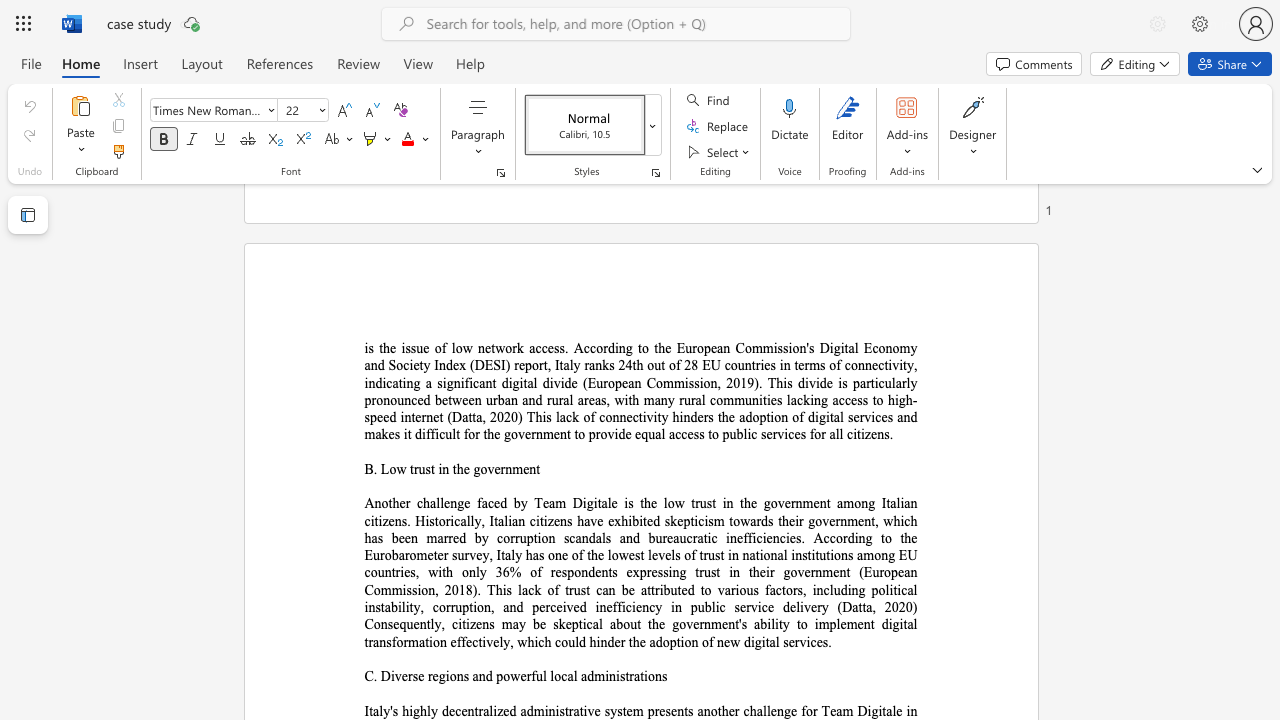 The height and width of the screenshot is (720, 1280). What do you see at coordinates (500, 469) in the screenshot?
I see `the subset text "rnm" within the text "B. Low trust in the government"` at bounding box center [500, 469].